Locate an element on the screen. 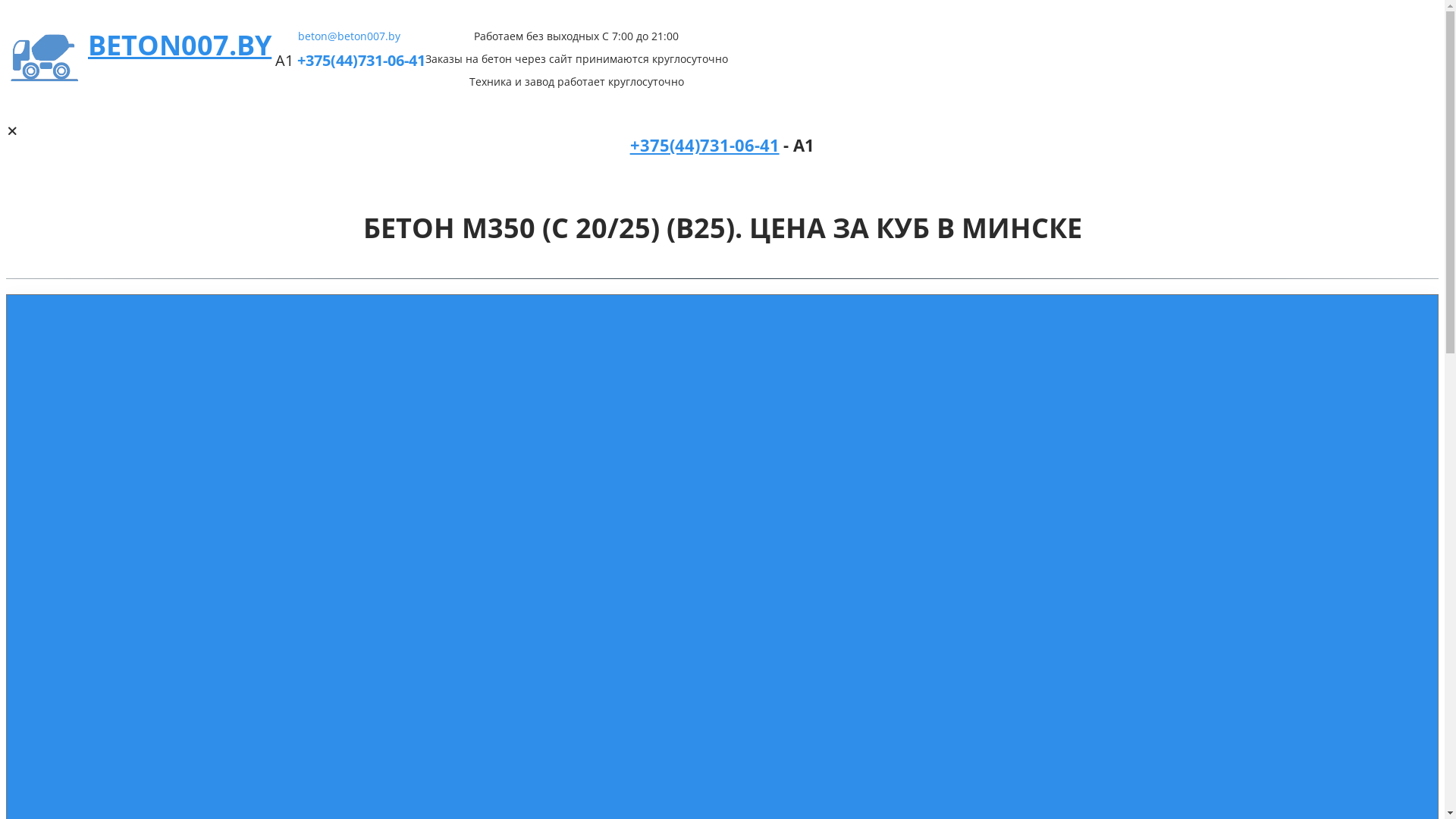 The width and height of the screenshot is (1456, 819). '+375(44)731-06-41' is located at coordinates (704, 147).